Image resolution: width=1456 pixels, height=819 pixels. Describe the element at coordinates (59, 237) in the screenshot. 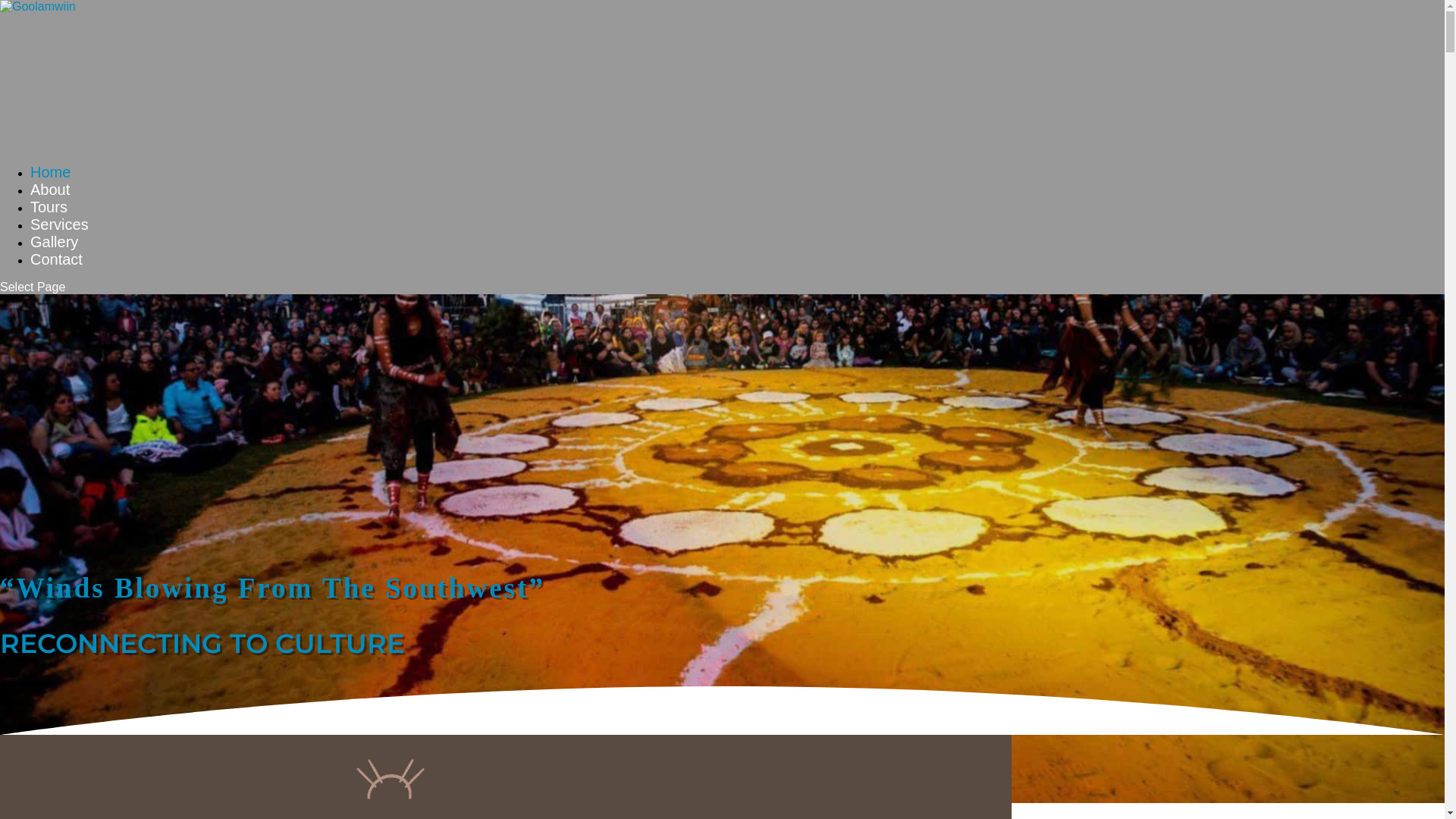

I see `'Services'` at that location.